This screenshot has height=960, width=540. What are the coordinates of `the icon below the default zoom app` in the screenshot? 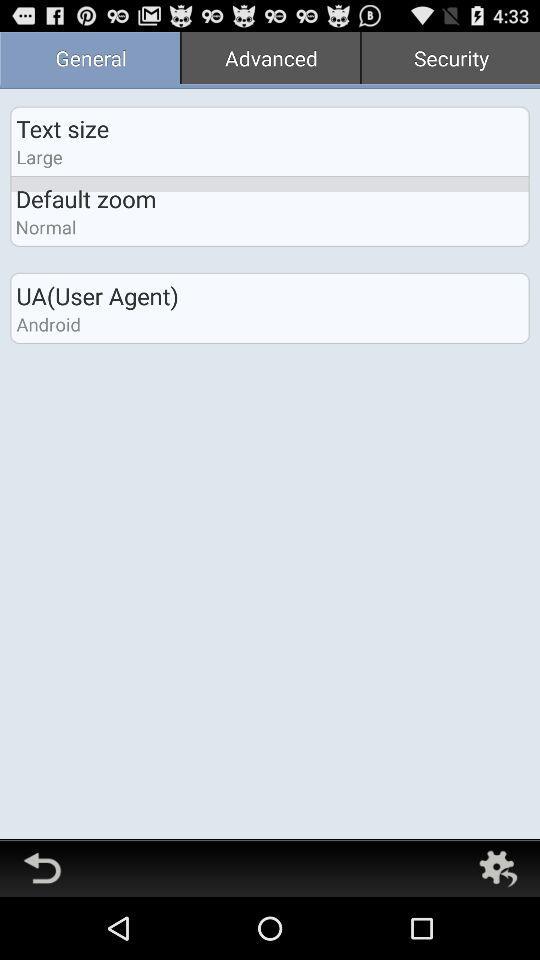 It's located at (46, 227).